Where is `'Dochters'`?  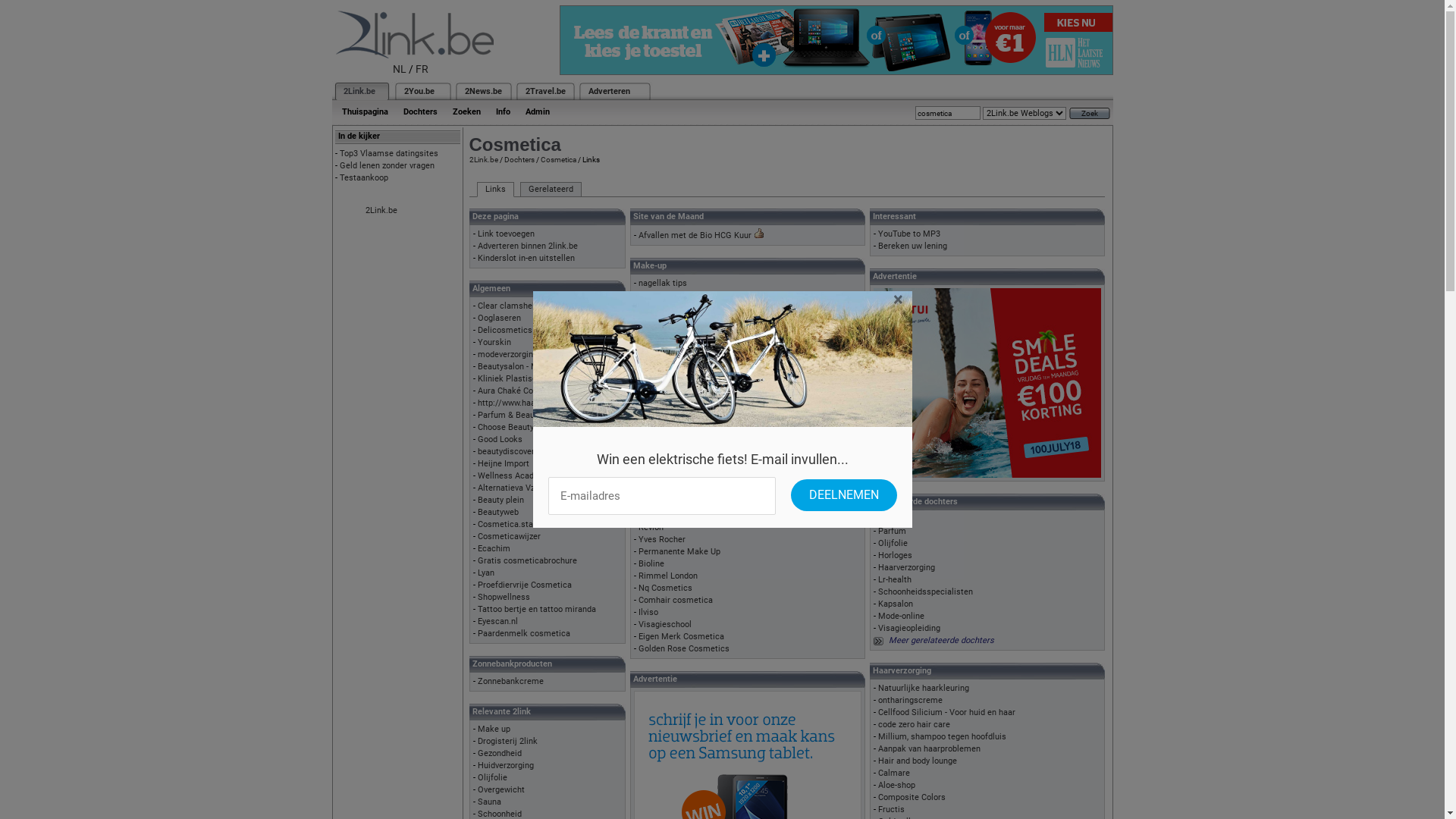 'Dochters' is located at coordinates (518, 159).